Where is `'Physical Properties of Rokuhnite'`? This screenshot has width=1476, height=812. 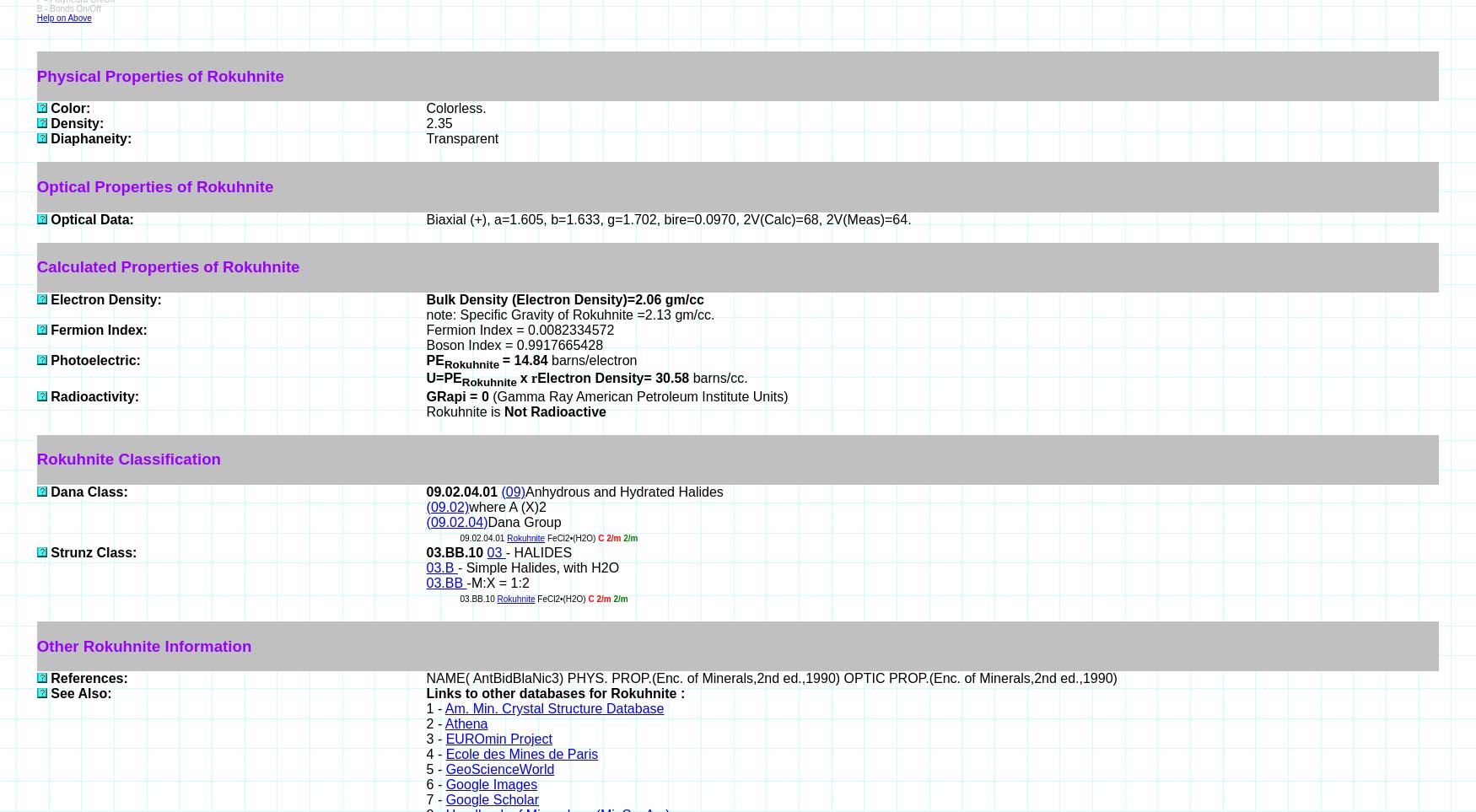
'Physical Properties of Rokuhnite' is located at coordinates (159, 74).